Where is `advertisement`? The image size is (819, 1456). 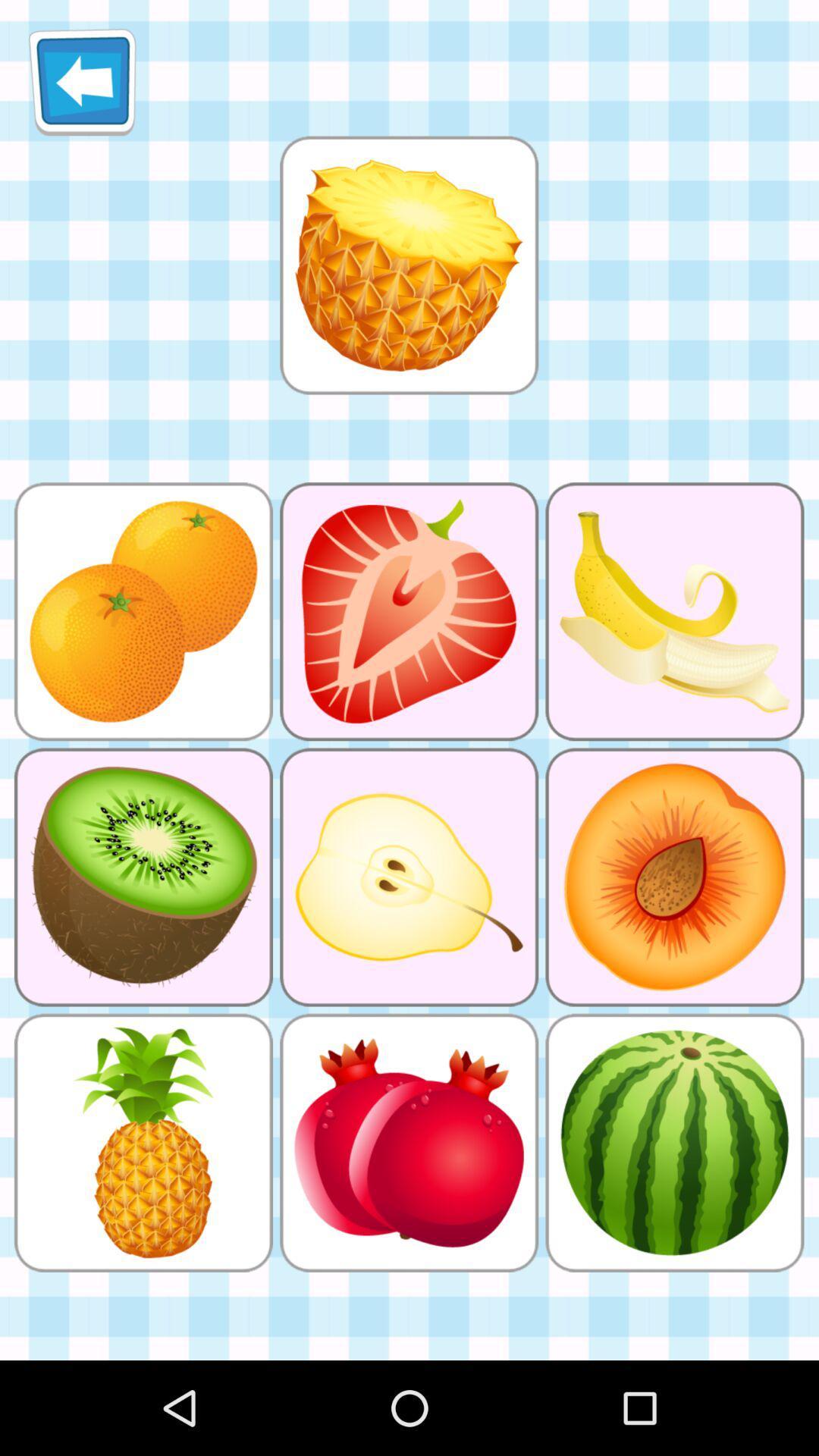 advertisement is located at coordinates (408, 265).